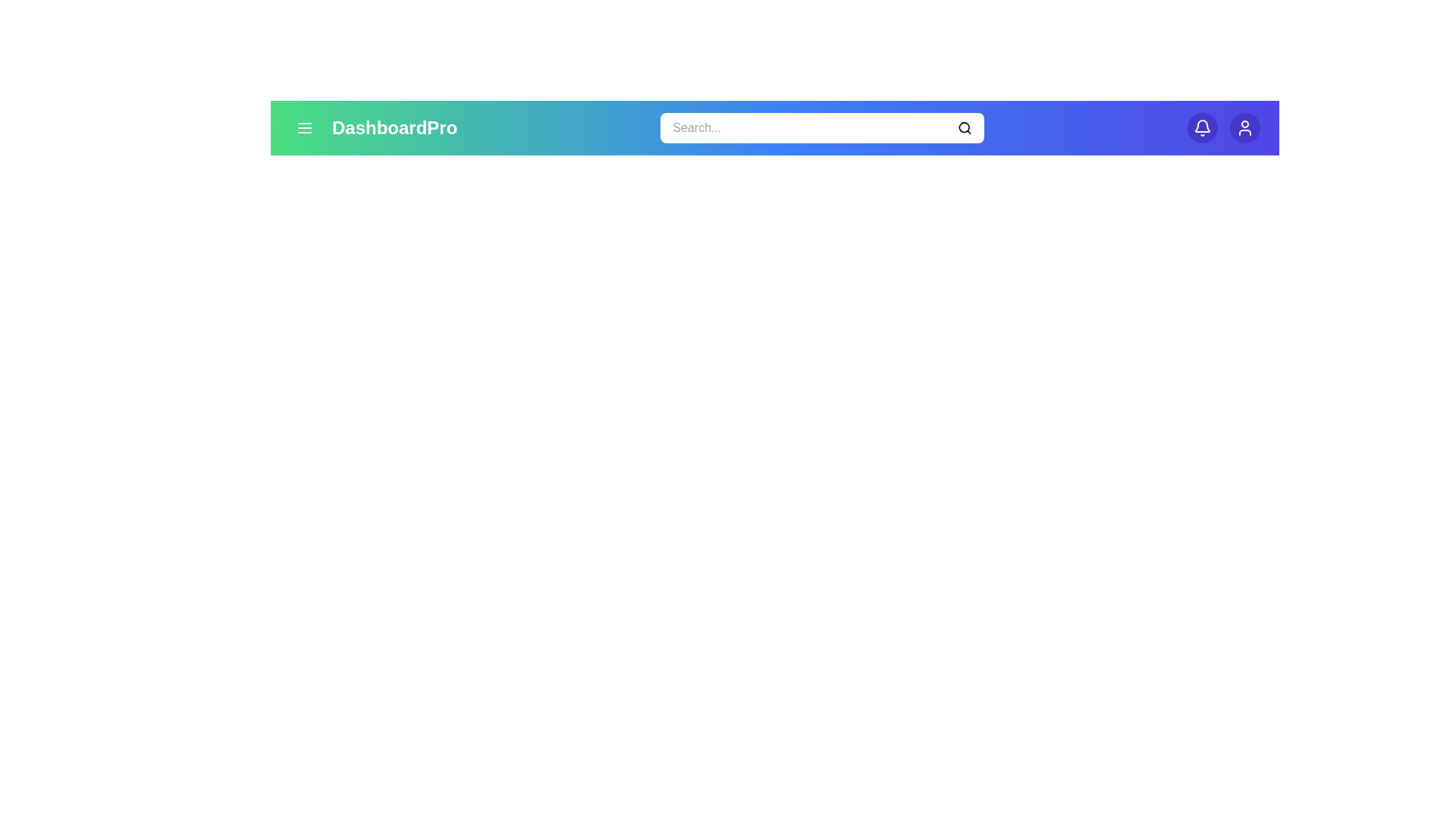  Describe the element at coordinates (1201, 127) in the screenshot. I see `notification icon to view alerts` at that location.